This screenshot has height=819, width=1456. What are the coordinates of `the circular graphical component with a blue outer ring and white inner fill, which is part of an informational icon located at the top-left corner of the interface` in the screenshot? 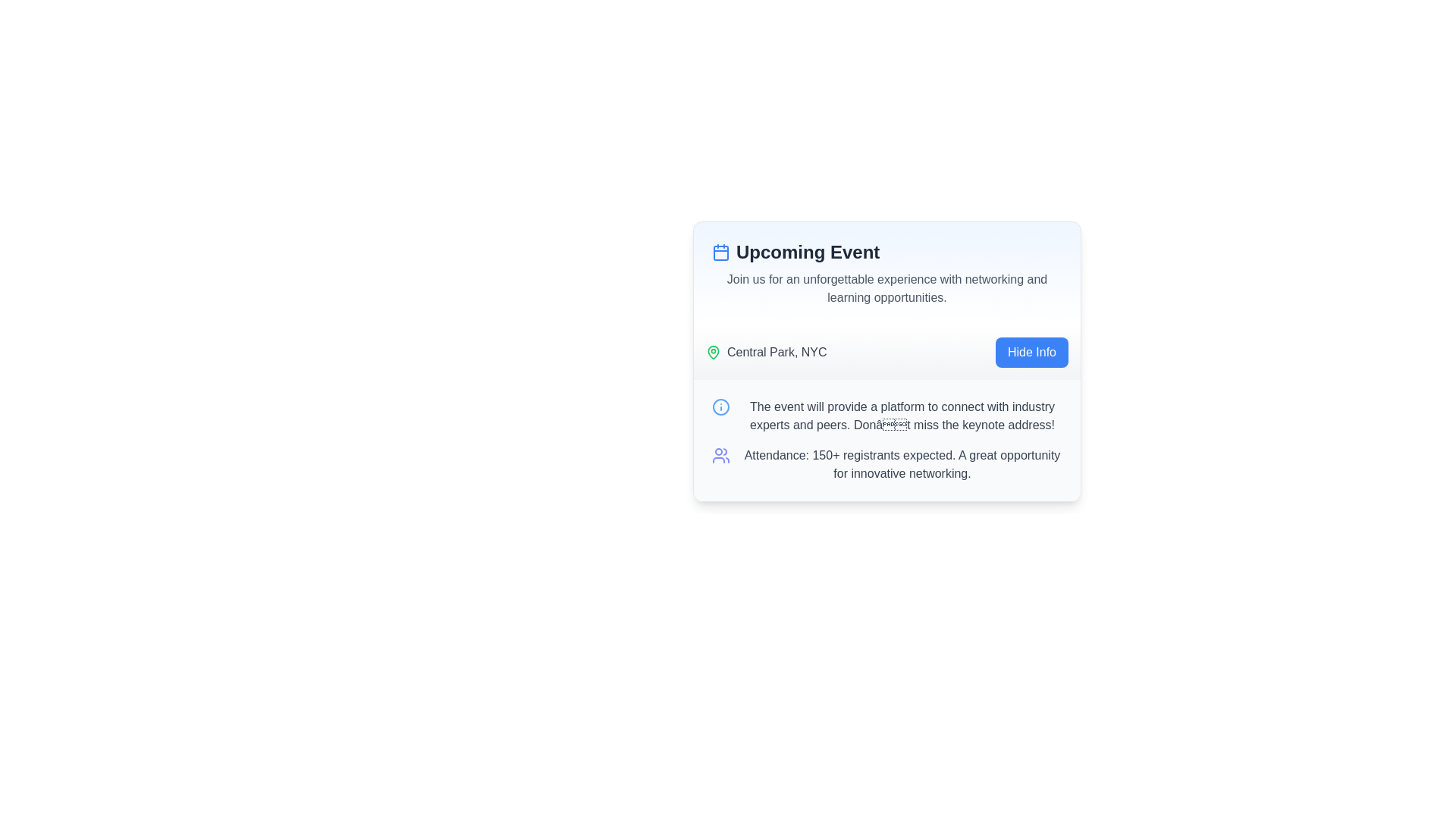 It's located at (720, 406).